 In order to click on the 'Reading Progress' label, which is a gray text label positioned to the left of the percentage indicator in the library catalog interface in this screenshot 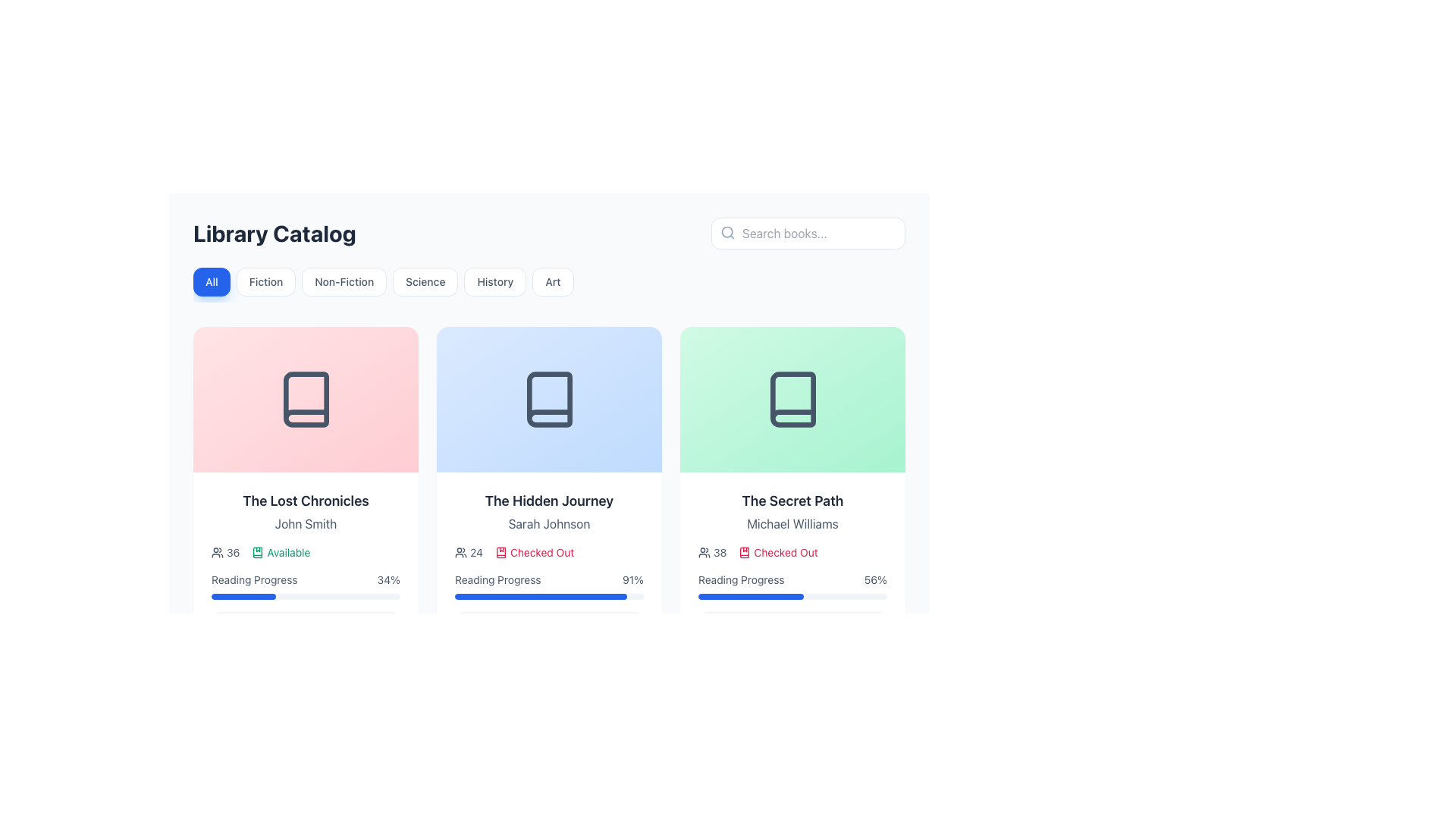, I will do `click(254, 579)`.